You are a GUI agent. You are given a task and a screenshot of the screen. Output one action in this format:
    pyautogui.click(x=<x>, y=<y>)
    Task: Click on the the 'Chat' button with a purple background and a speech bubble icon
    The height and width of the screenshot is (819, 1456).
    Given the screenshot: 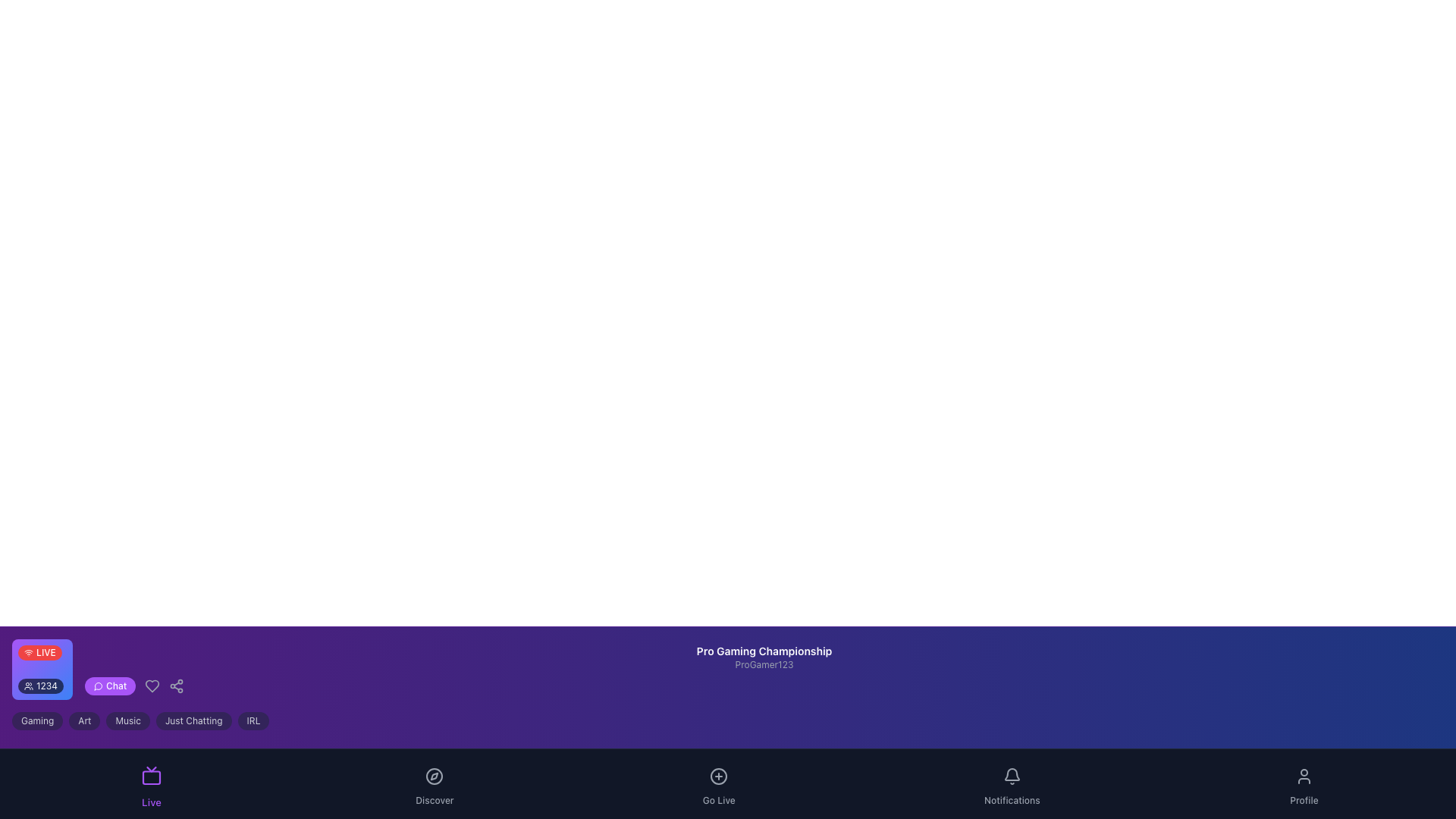 What is the action you would take?
    pyautogui.click(x=108, y=686)
    